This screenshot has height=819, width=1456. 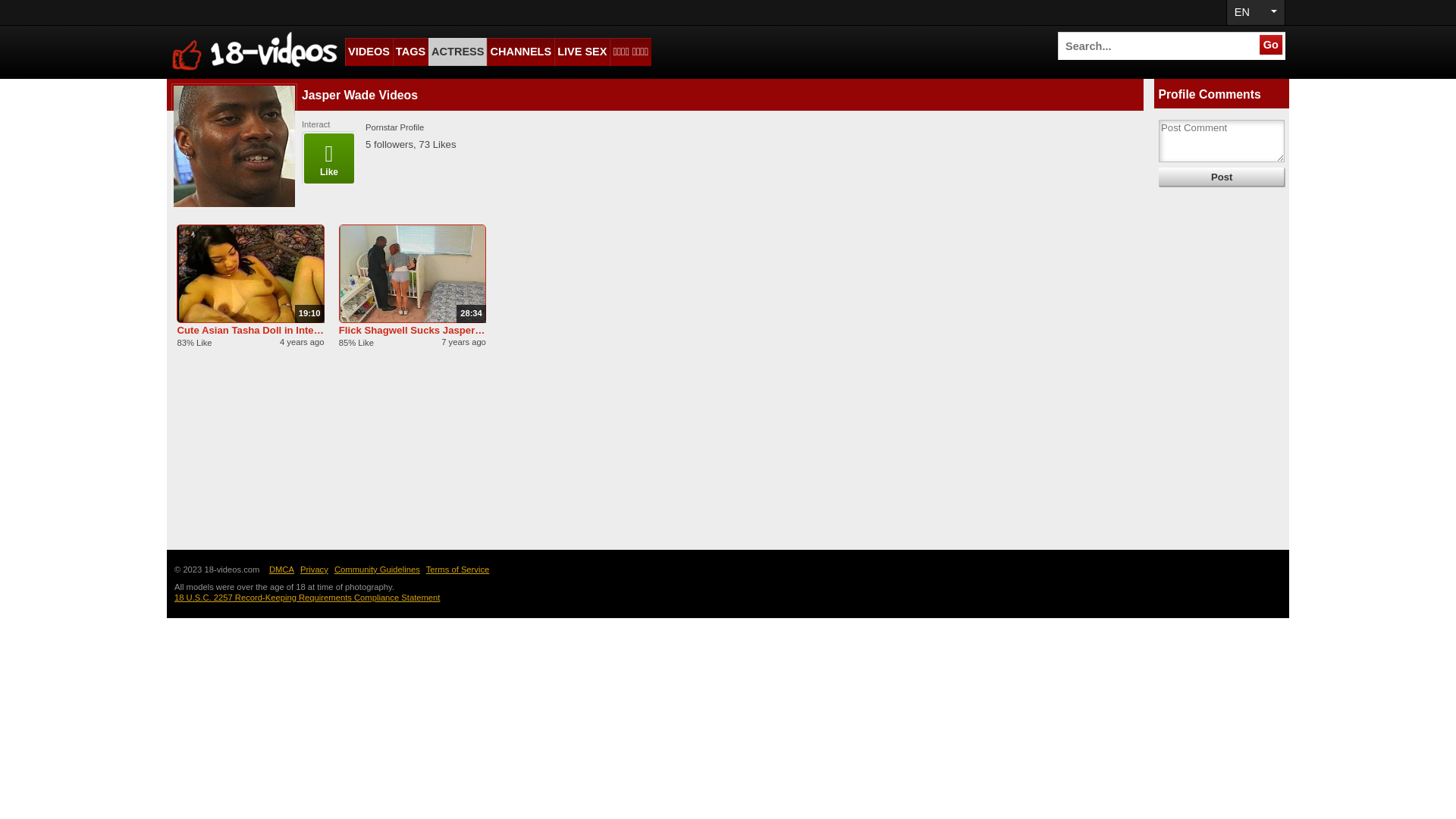 I want to click on 'EN', so click(x=1226, y=12).